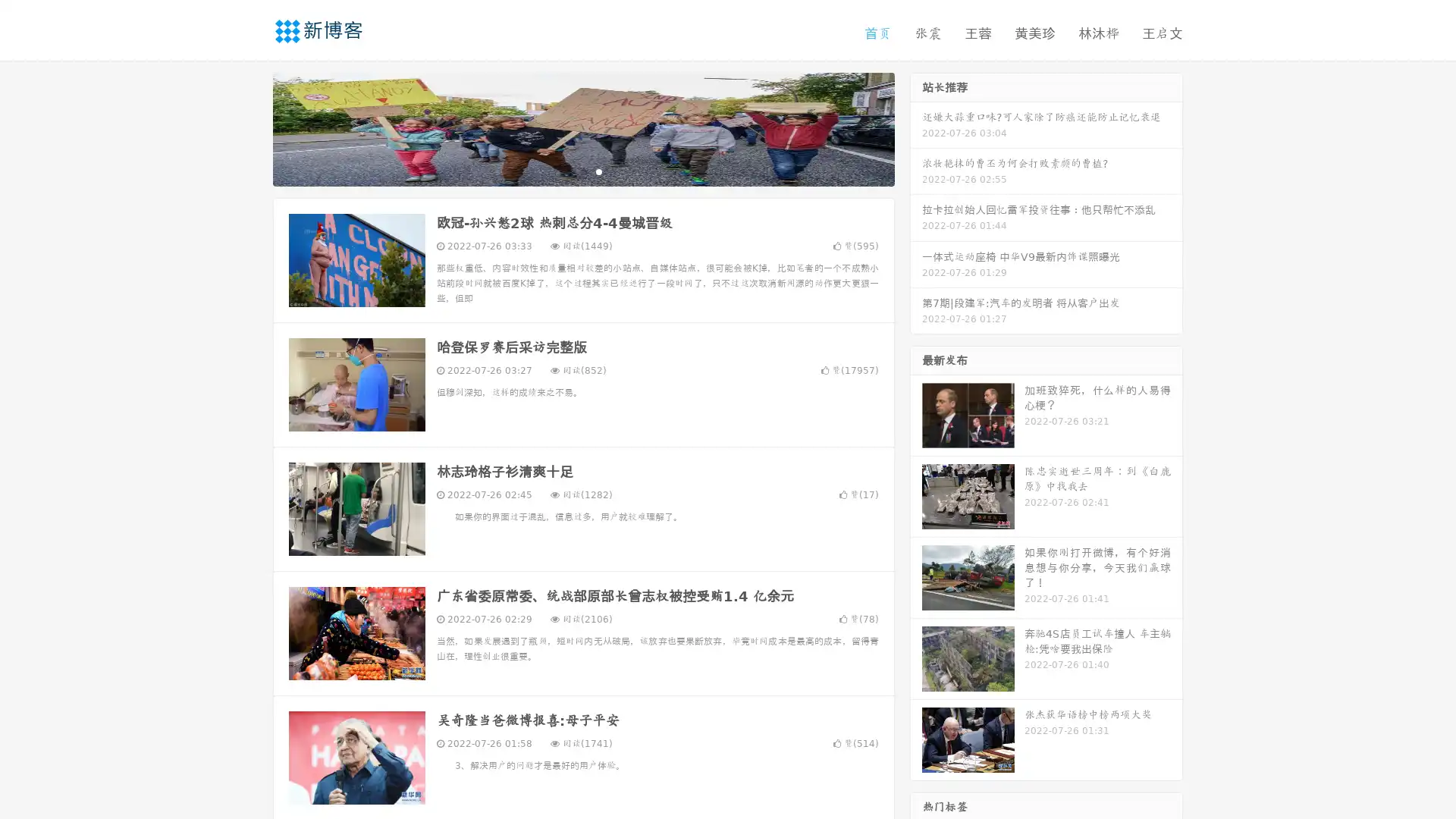 The width and height of the screenshot is (1456, 819). I want to click on Go to slide 3, so click(598, 171).